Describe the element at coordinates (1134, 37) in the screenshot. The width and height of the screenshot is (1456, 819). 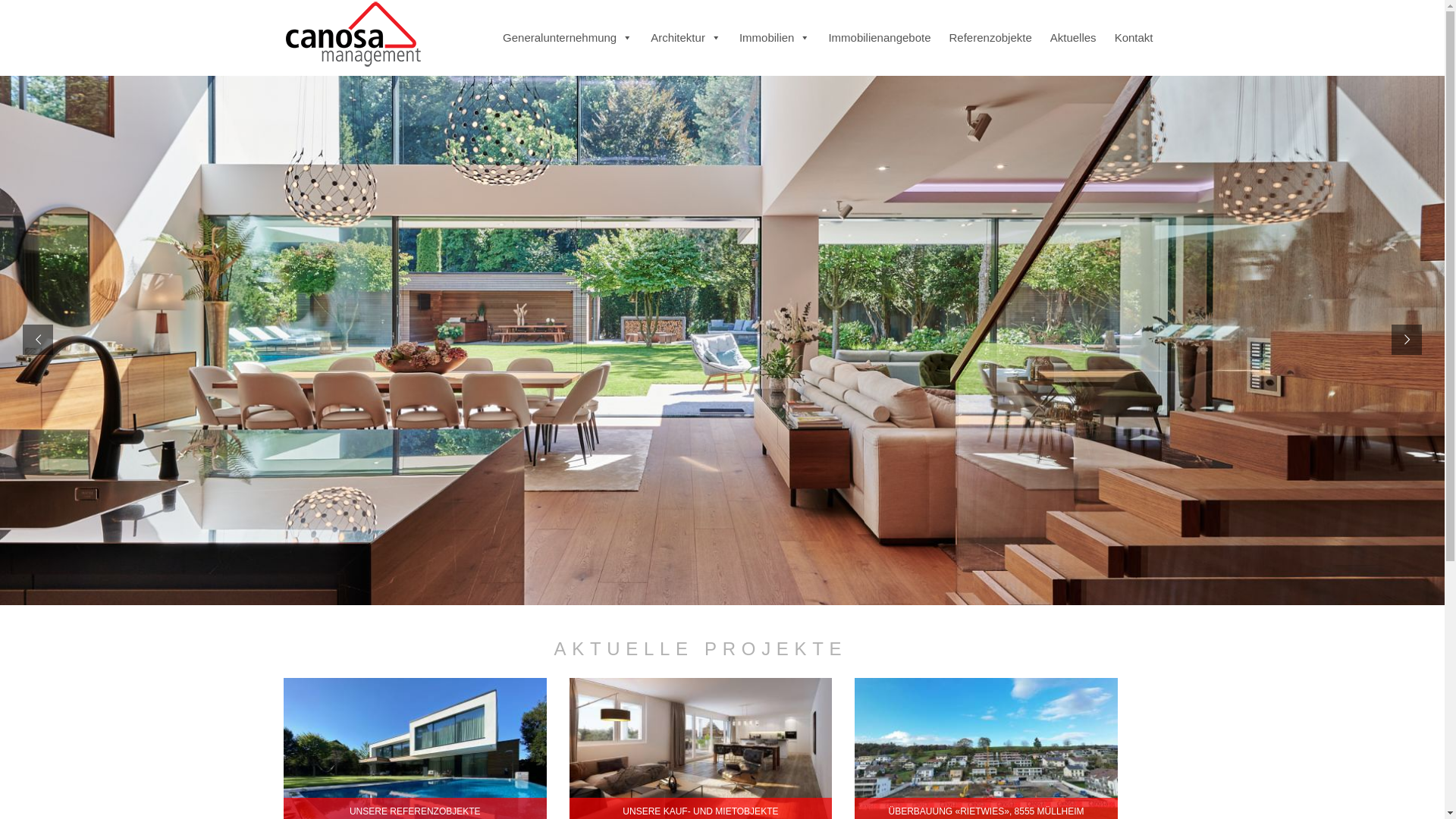
I see `'Kontakt'` at that location.